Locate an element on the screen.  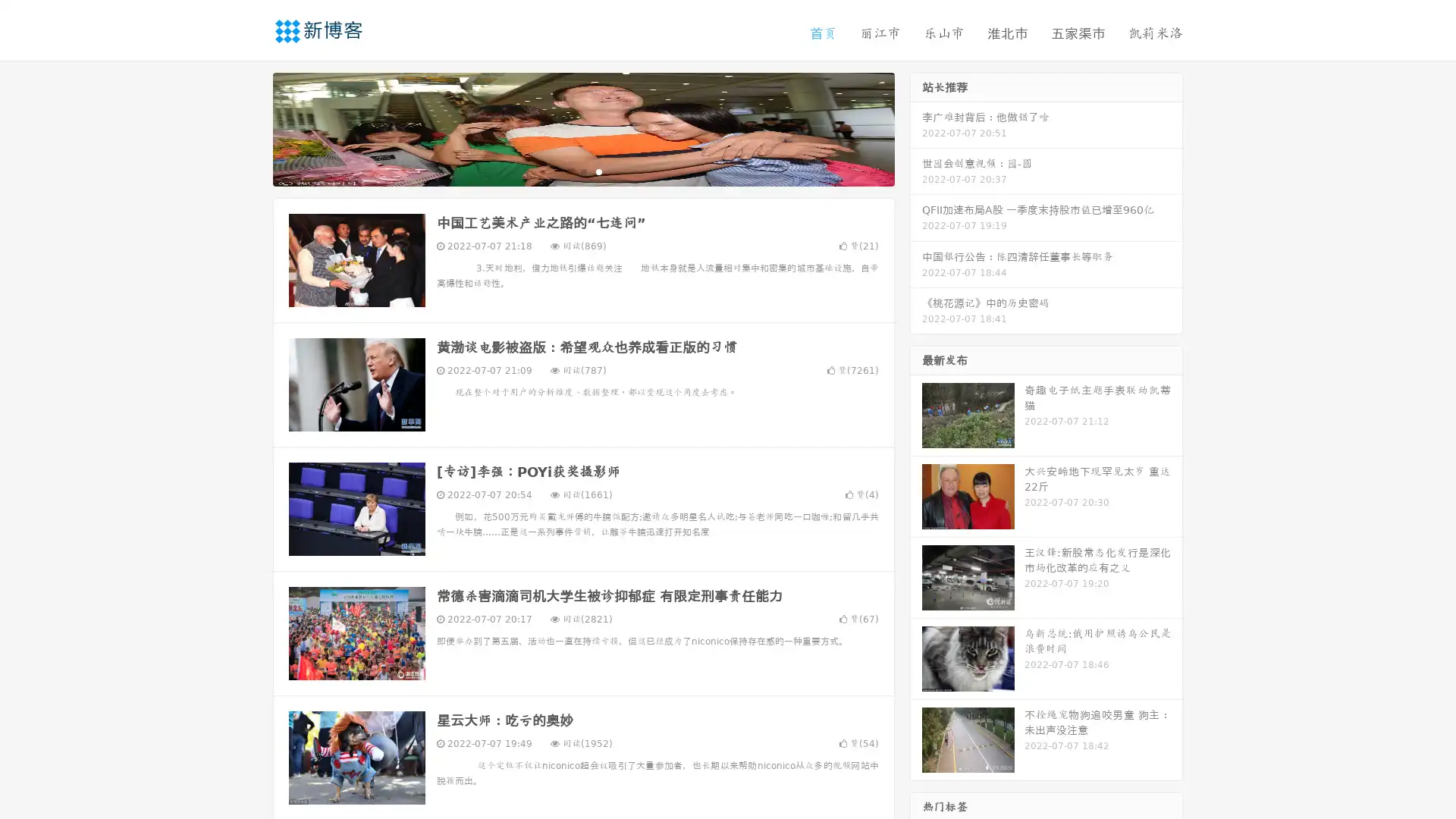
Go to slide 1 is located at coordinates (567, 171).